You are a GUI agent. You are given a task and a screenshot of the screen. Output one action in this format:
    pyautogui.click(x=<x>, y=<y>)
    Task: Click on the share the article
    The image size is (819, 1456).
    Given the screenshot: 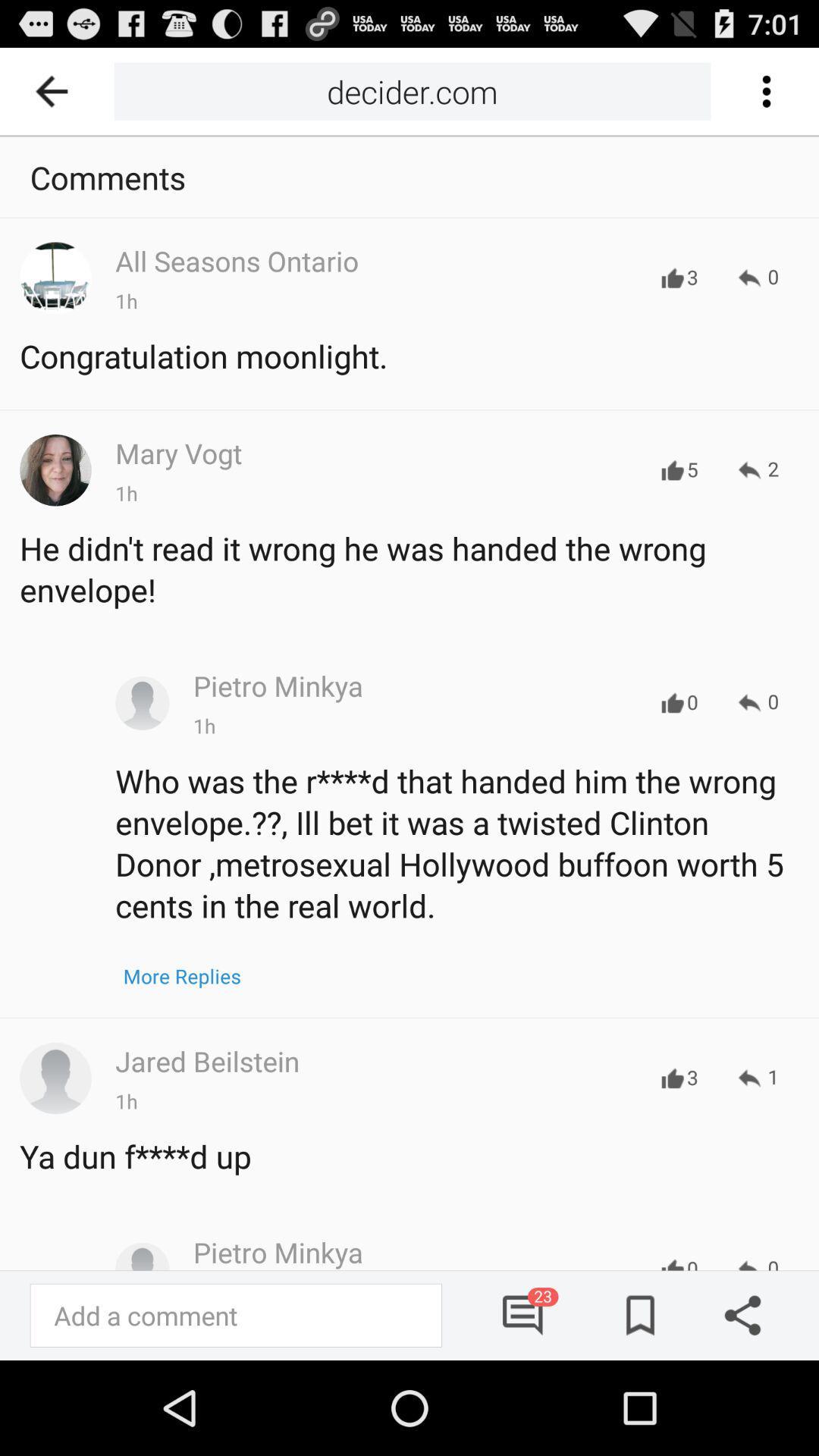 What is the action you would take?
    pyautogui.click(x=736, y=1314)
    